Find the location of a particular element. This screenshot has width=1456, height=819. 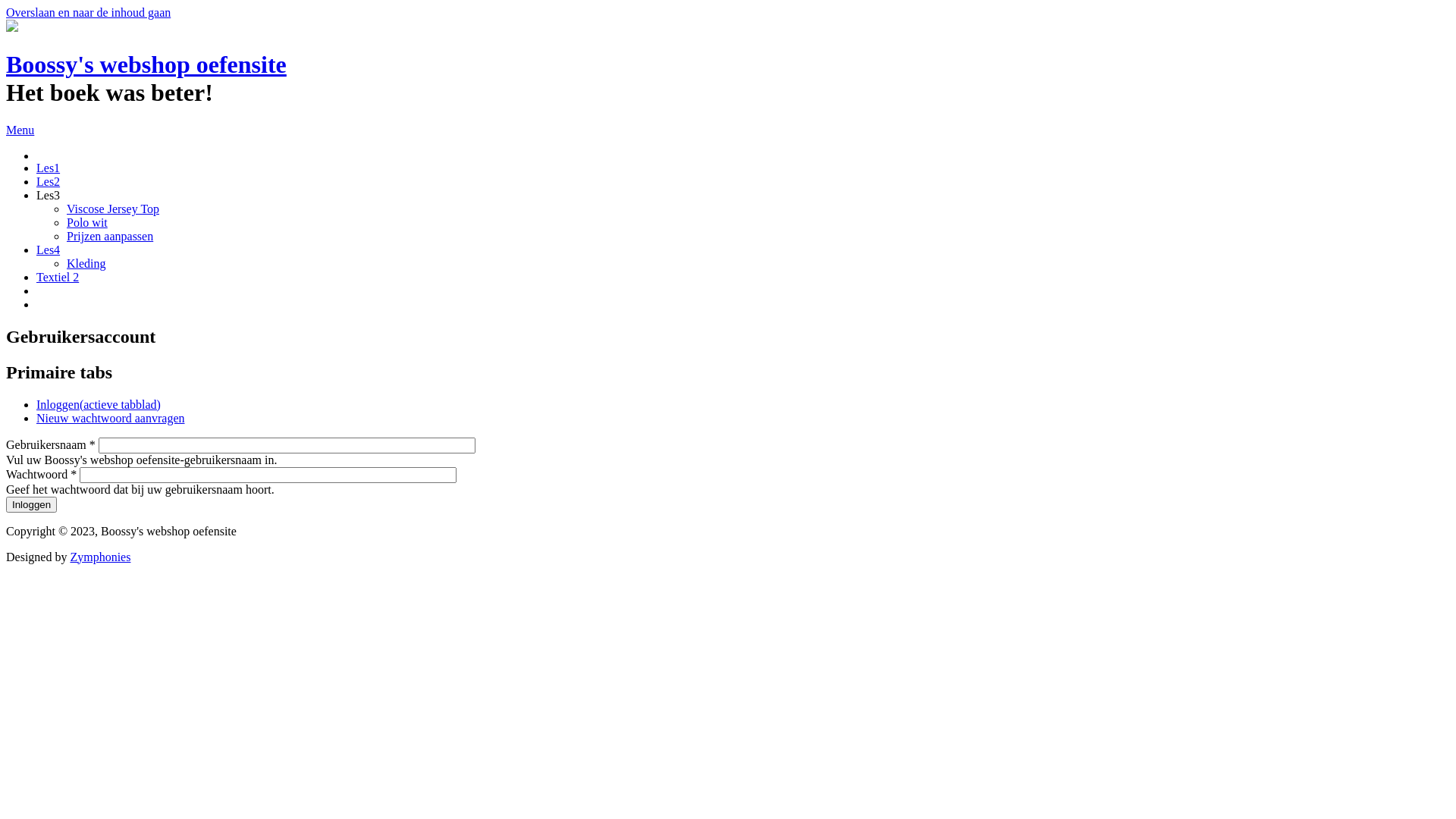

'Viscose Jersey Top' is located at coordinates (111, 209).